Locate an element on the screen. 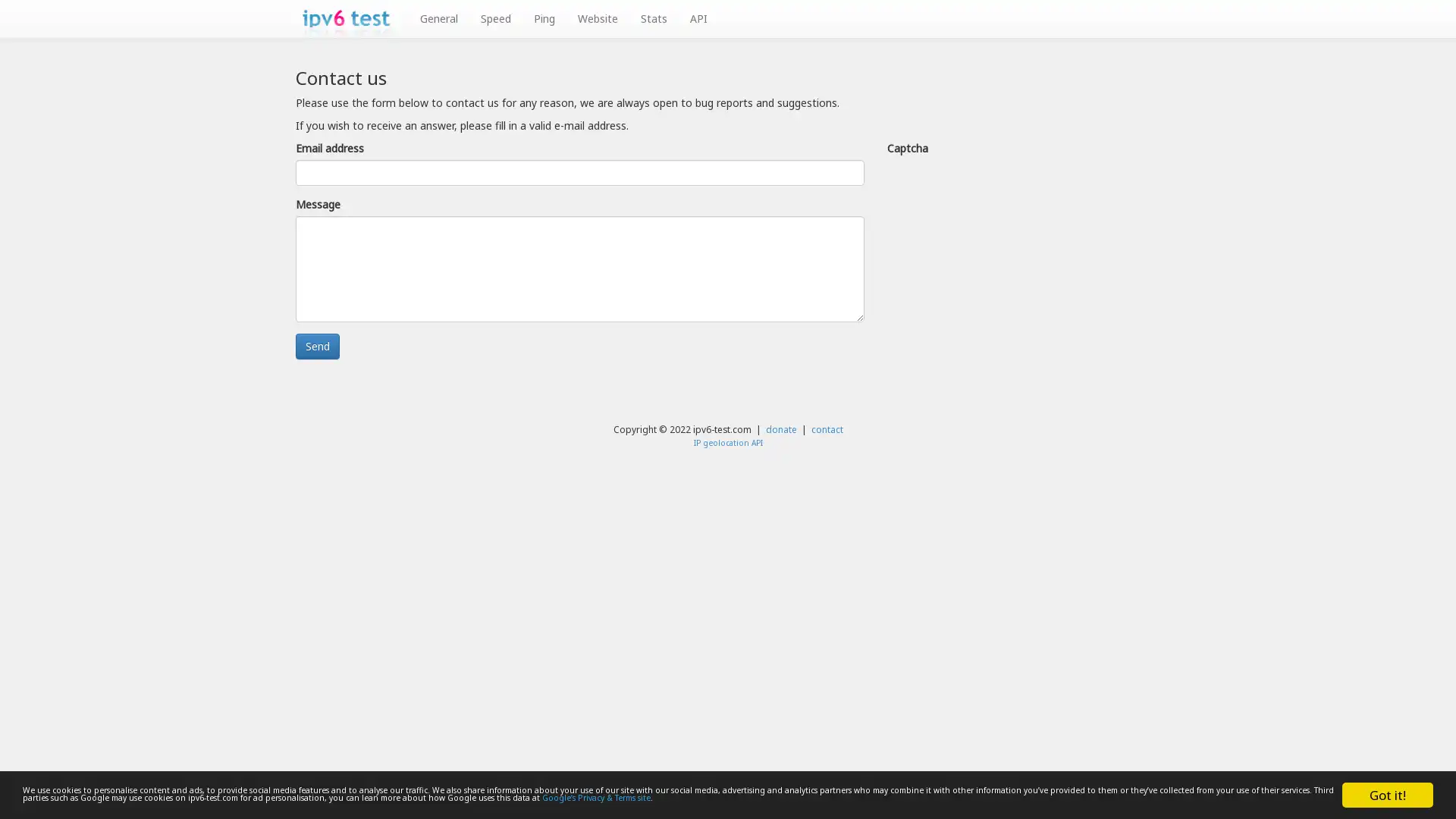  Send is located at coordinates (316, 346).